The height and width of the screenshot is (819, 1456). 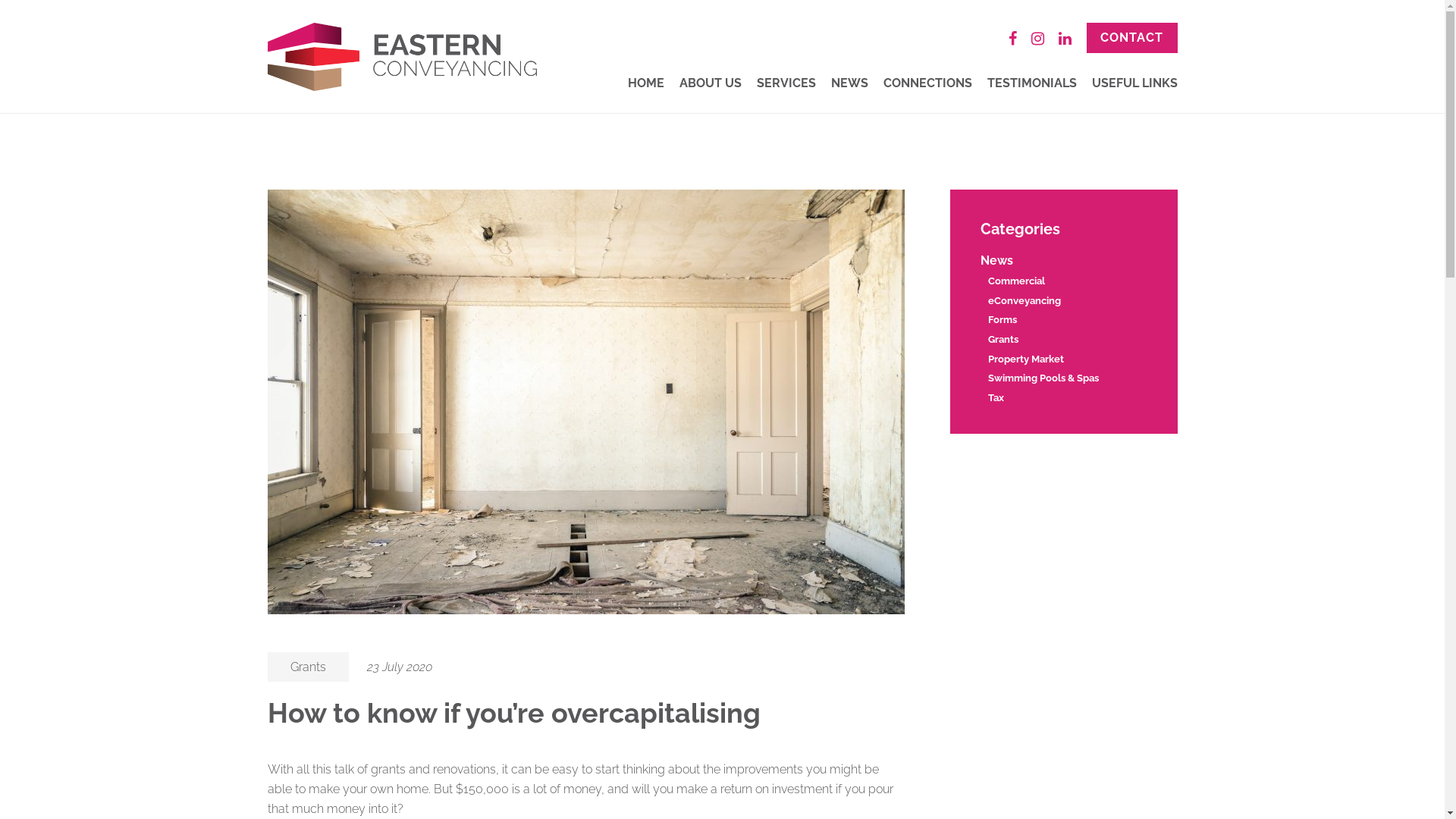 What do you see at coordinates (987, 359) in the screenshot?
I see `'Property Market'` at bounding box center [987, 359].